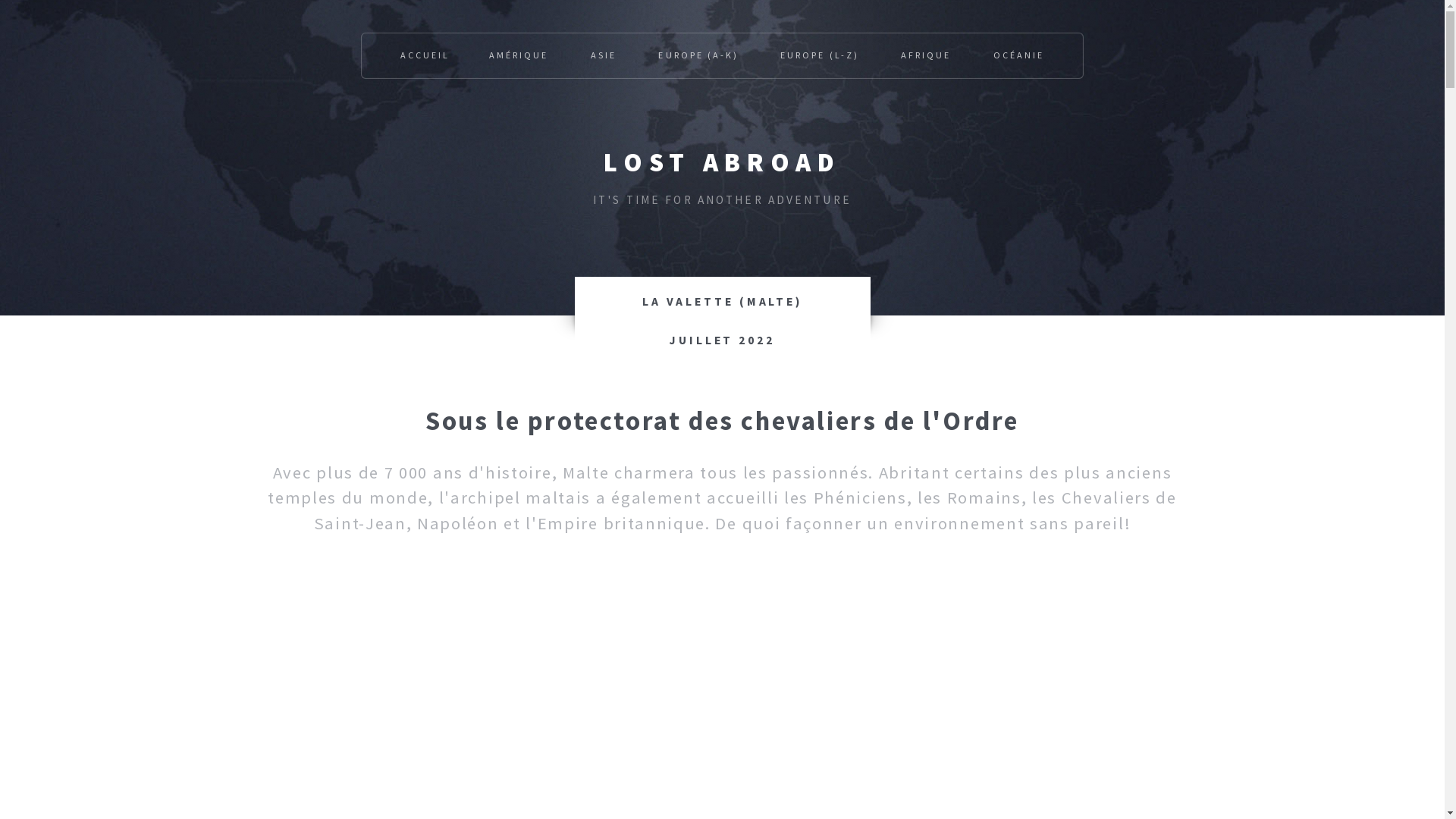  I want to click on 'AFRIQUE', so click(924, 55).